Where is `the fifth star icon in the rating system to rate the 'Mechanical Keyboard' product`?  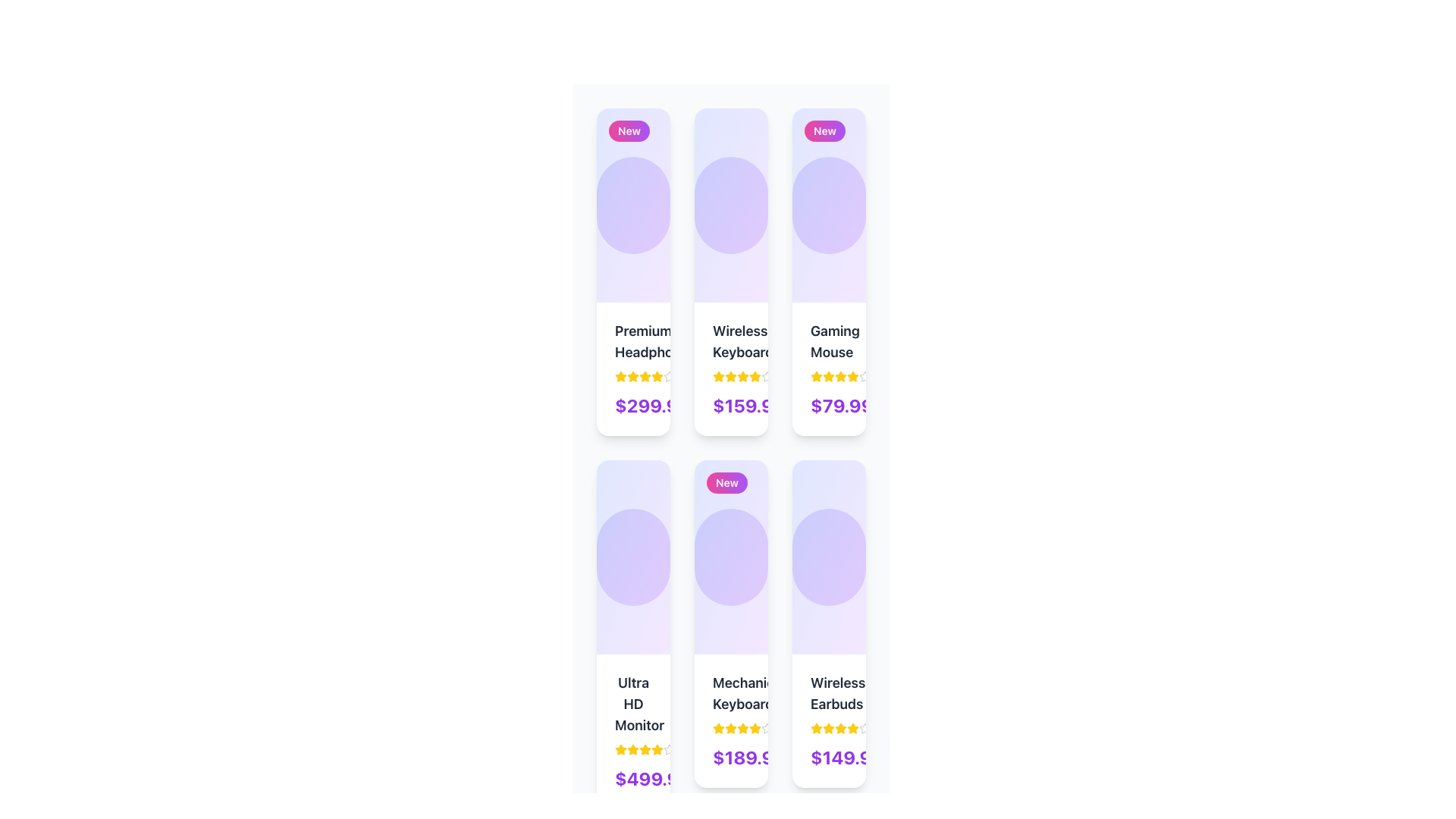 the fifth star icon in the rating system to rate the 'Mechanical Keyboard' product is located at coordinates (755, 727).